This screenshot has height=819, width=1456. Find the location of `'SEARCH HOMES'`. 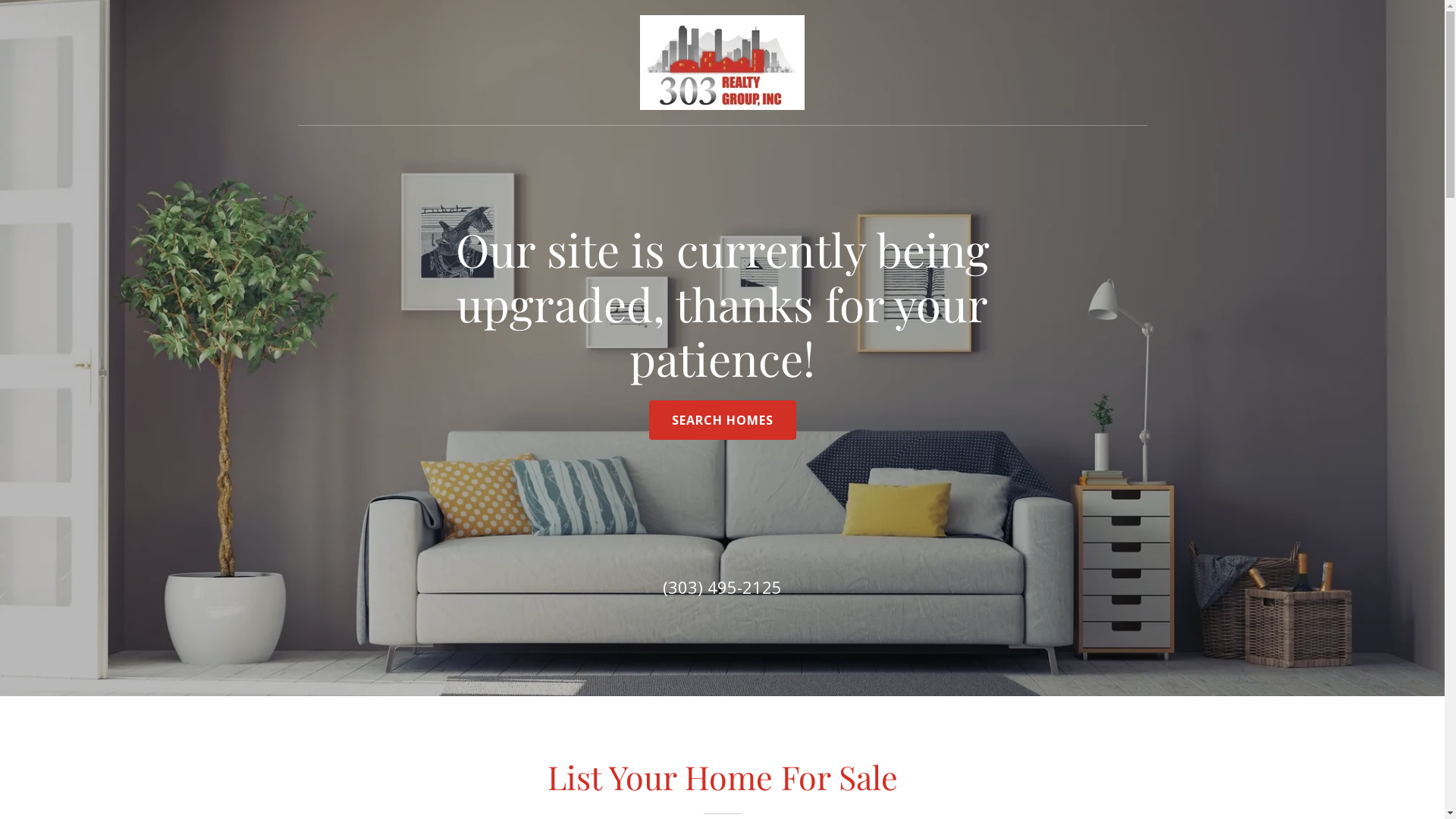

'SEARCH HOMES' is located at coordinates (722, 420).